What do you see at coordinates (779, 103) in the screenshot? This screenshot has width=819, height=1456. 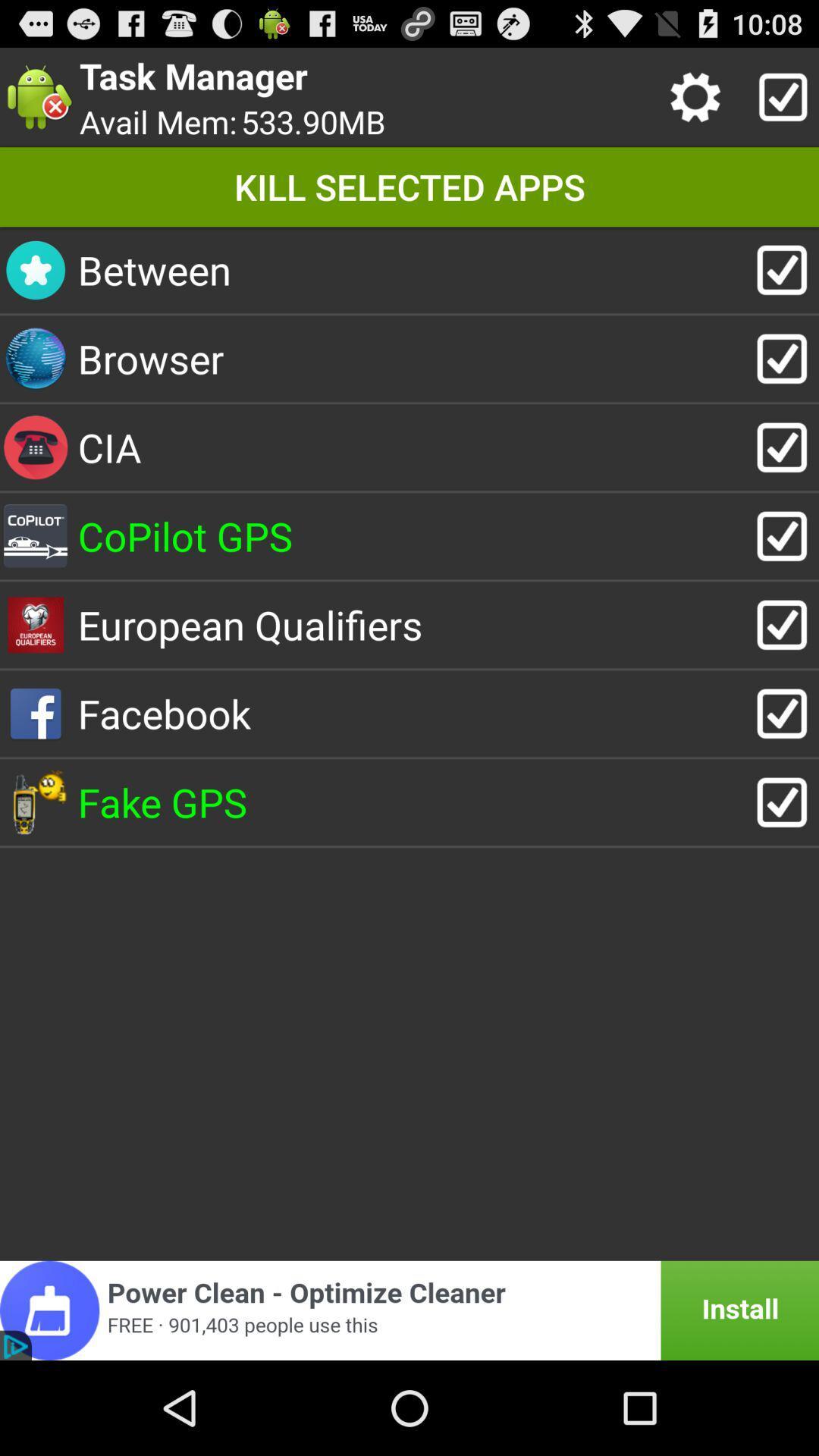 I see `the check icon` at bounding box center [779, 103].